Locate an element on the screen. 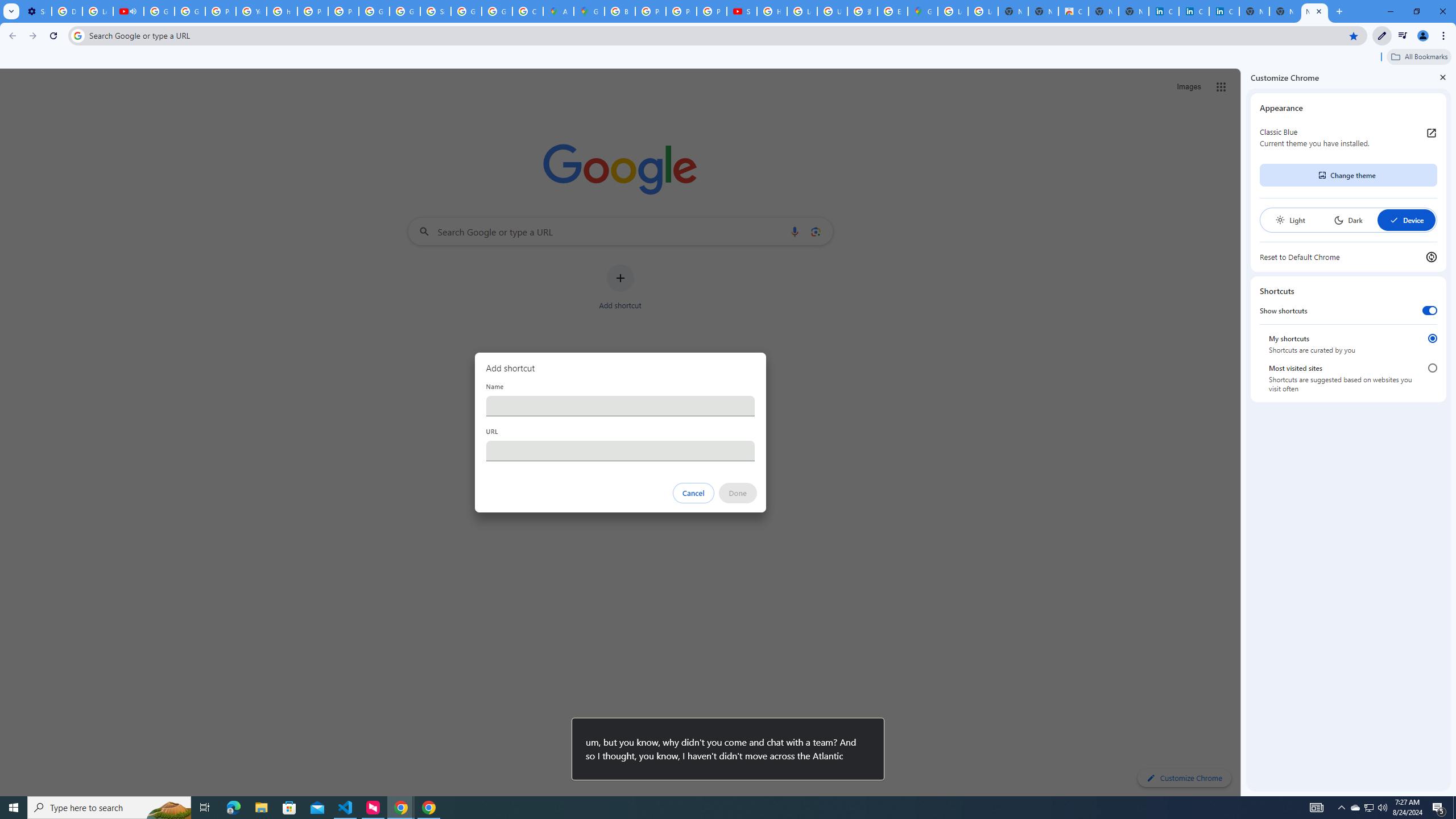 The width and height of the screenshot is (1456, 819). 'AutomationID: baseSvg' is located at coordinates (1393, 220).